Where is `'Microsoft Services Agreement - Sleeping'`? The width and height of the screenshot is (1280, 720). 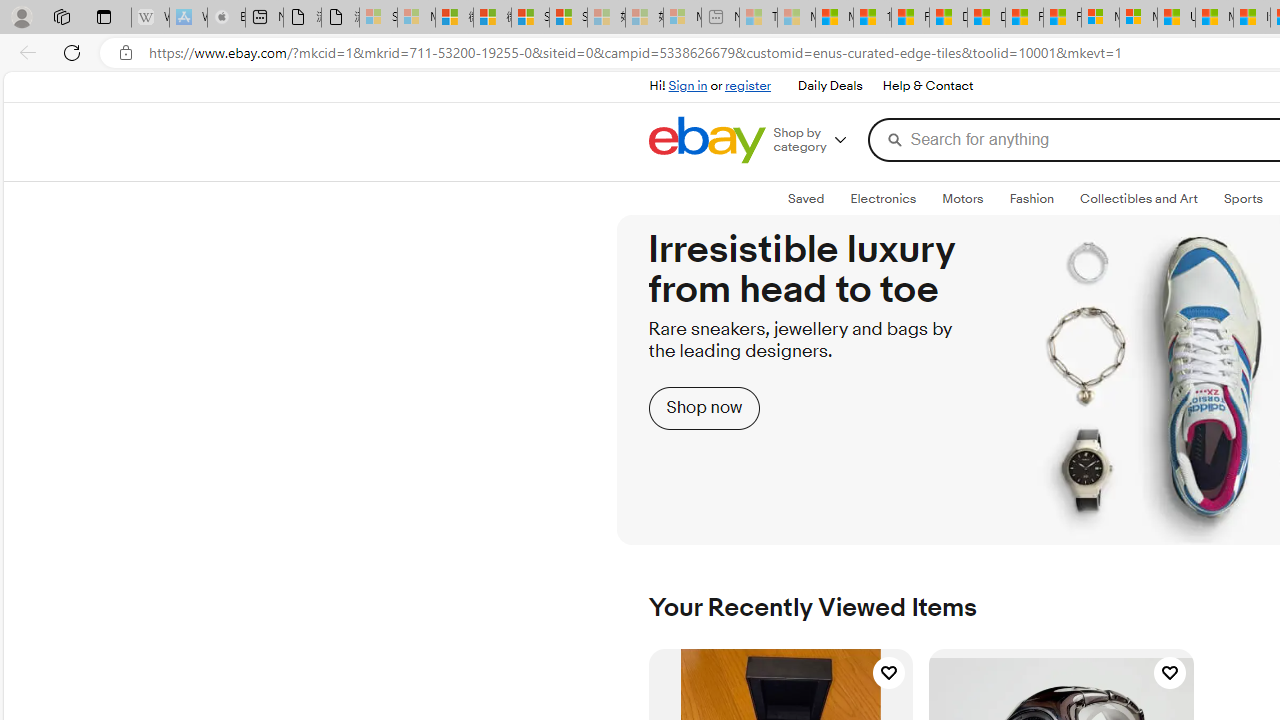 'Microsoft Services Agreement - Sleeping' is located at coordinates (415, 17).